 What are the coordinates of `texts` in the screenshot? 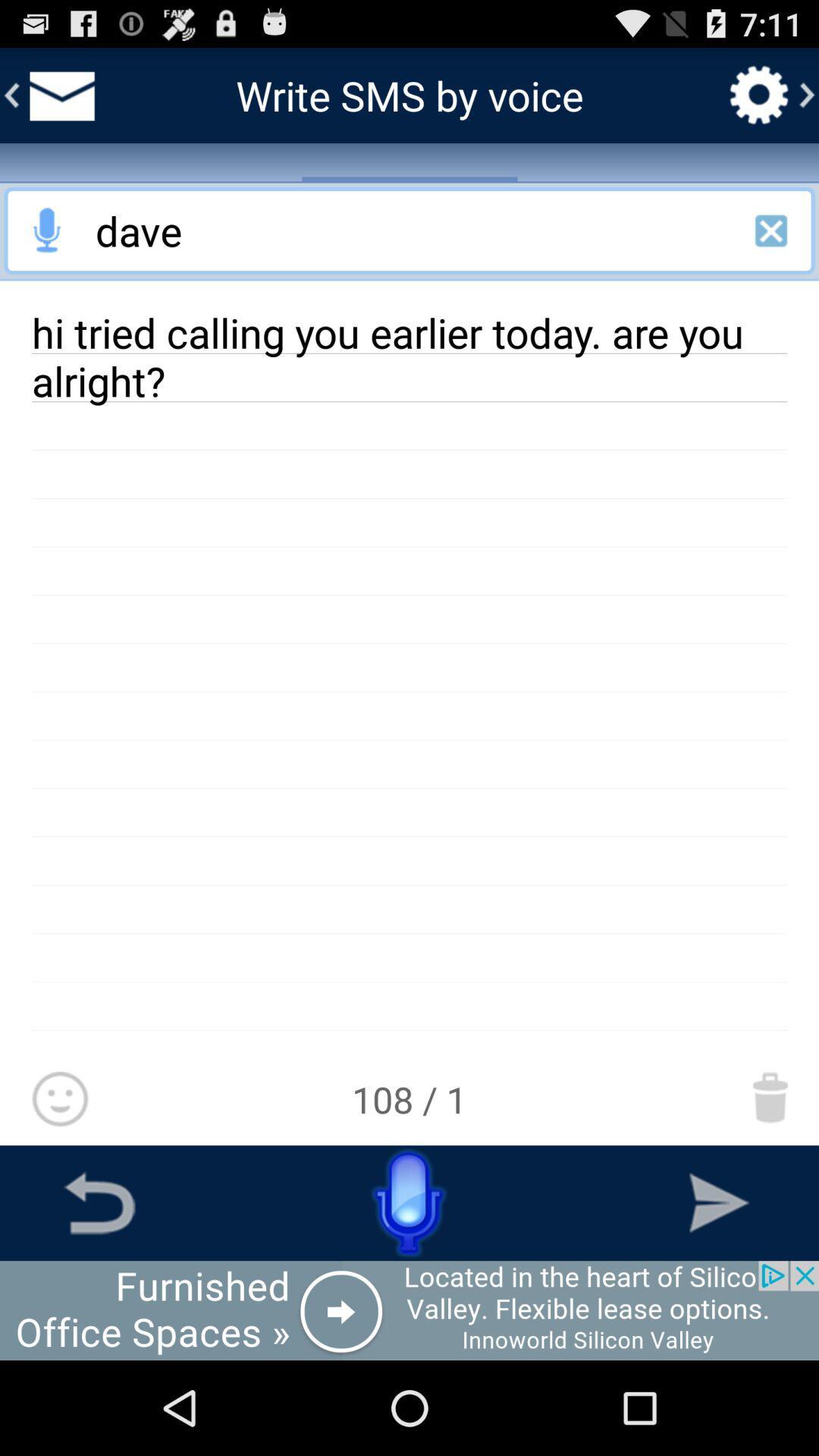 It's located at (58, 94).